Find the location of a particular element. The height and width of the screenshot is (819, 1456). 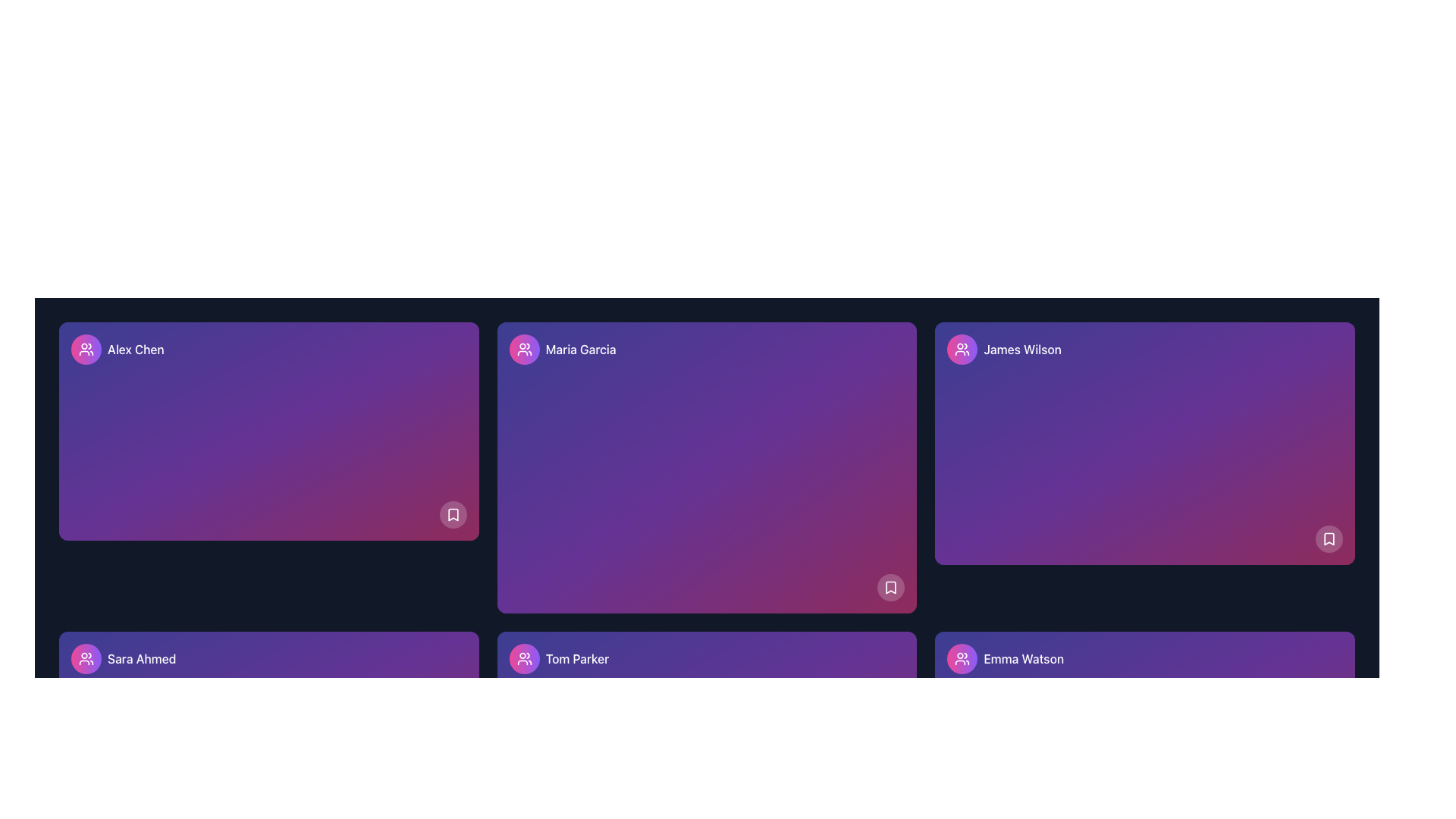

the decorative profile placeholder icon located at the top-left corner of the card labeled 'Tom Parker' is located at coordinates (524, 657).